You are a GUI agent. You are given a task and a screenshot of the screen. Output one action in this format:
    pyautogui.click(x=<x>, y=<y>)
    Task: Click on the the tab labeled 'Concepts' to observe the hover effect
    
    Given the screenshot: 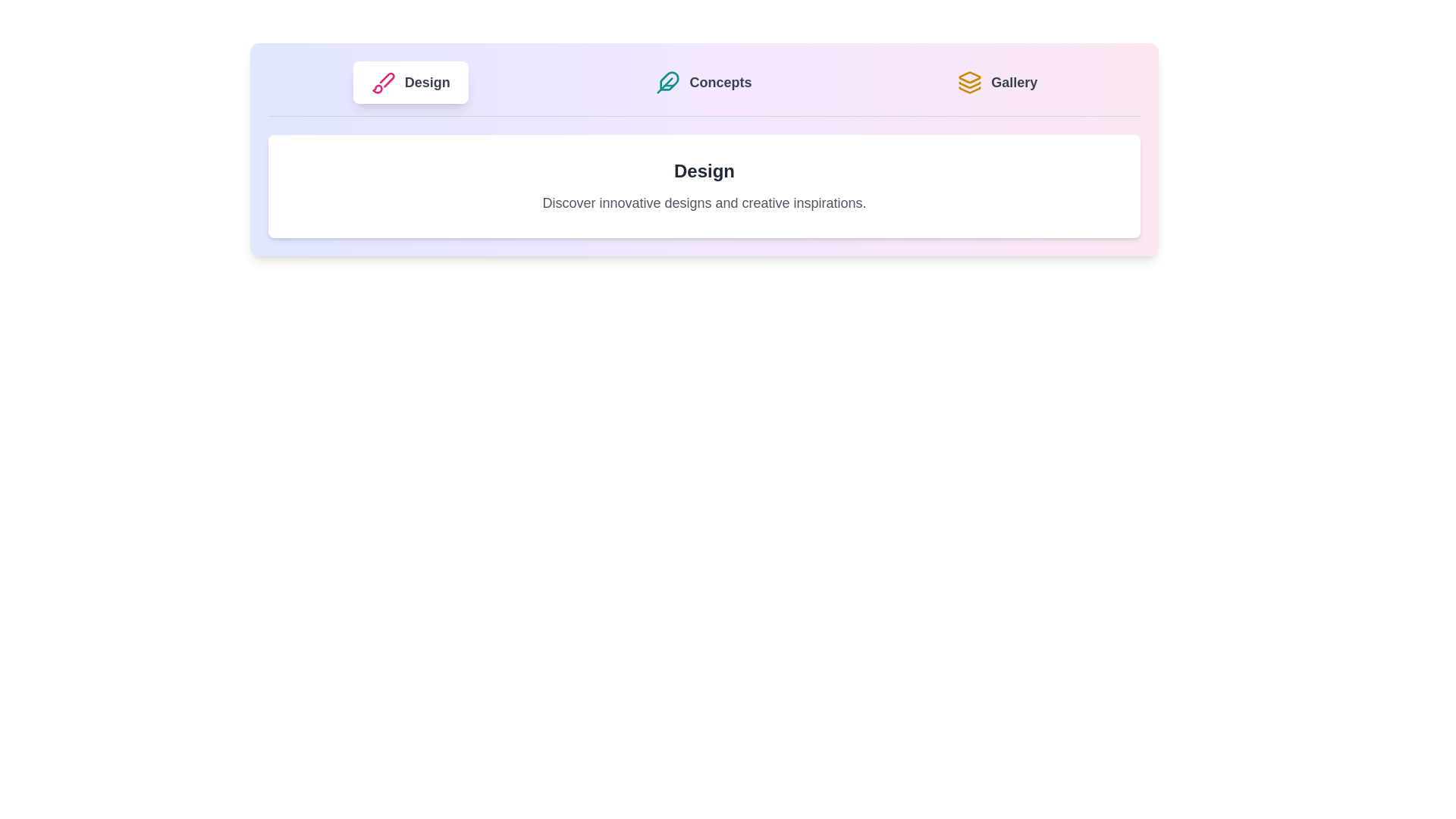 What is the action you would take?
    pyautogui.click(x=703, y=82)
    